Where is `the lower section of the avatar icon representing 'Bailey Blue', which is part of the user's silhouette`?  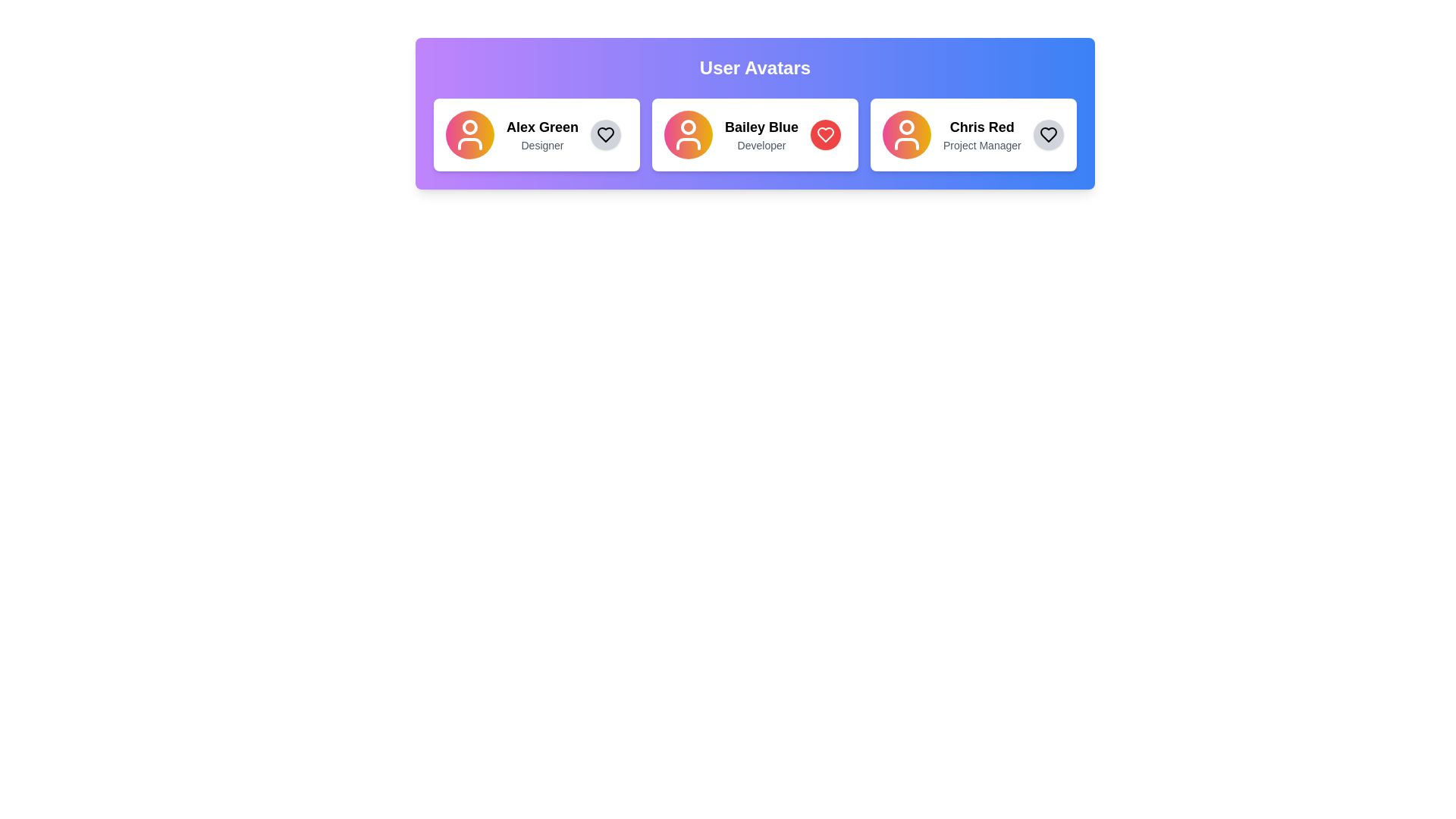
the lower section of the avatar icon representing 'Bailey Blue', which is part of the user's silhouette is located at coordinates (687, 143).